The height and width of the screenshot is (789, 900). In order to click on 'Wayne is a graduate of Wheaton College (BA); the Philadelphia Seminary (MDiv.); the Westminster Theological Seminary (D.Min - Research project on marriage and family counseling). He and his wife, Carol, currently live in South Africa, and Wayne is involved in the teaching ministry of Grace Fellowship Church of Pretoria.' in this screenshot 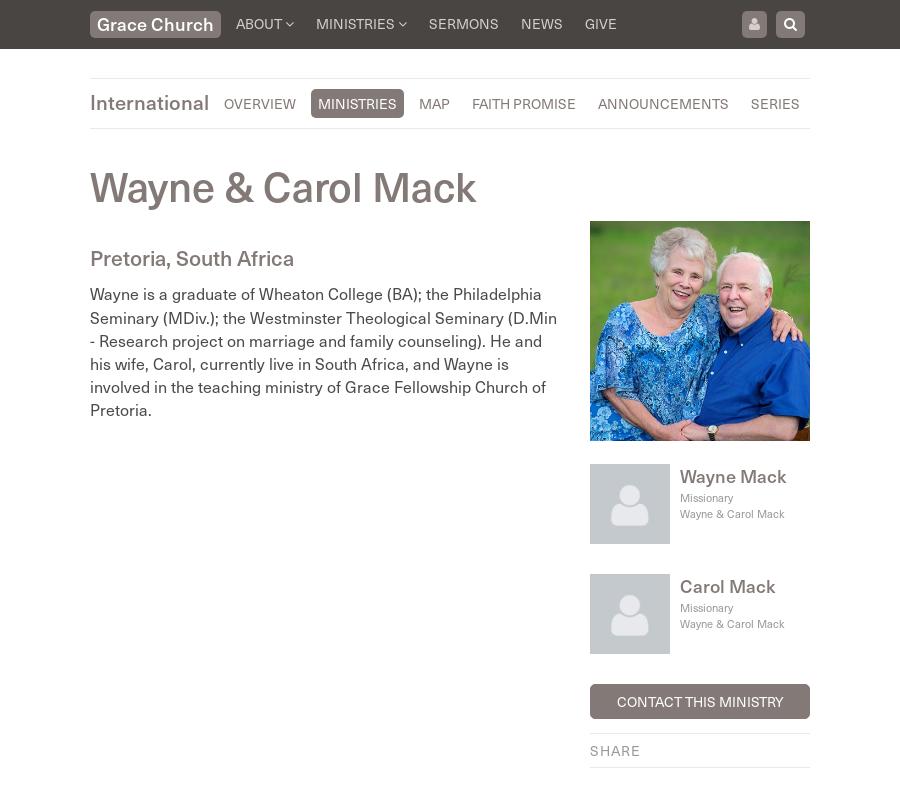, I will do `click(89, 350)`.